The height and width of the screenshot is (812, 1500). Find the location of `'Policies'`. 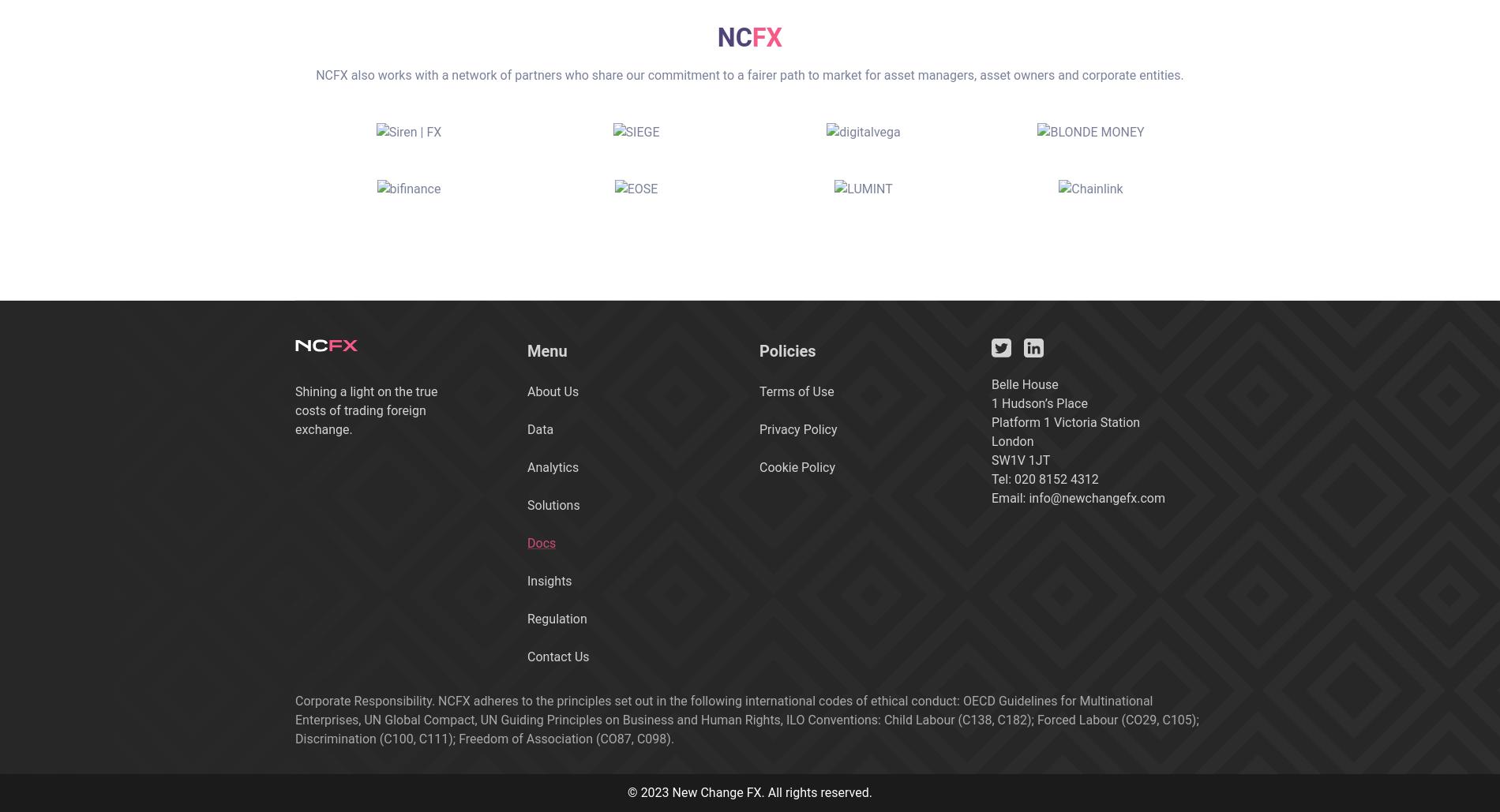

'Policies' is located at coordinates (787, 350).